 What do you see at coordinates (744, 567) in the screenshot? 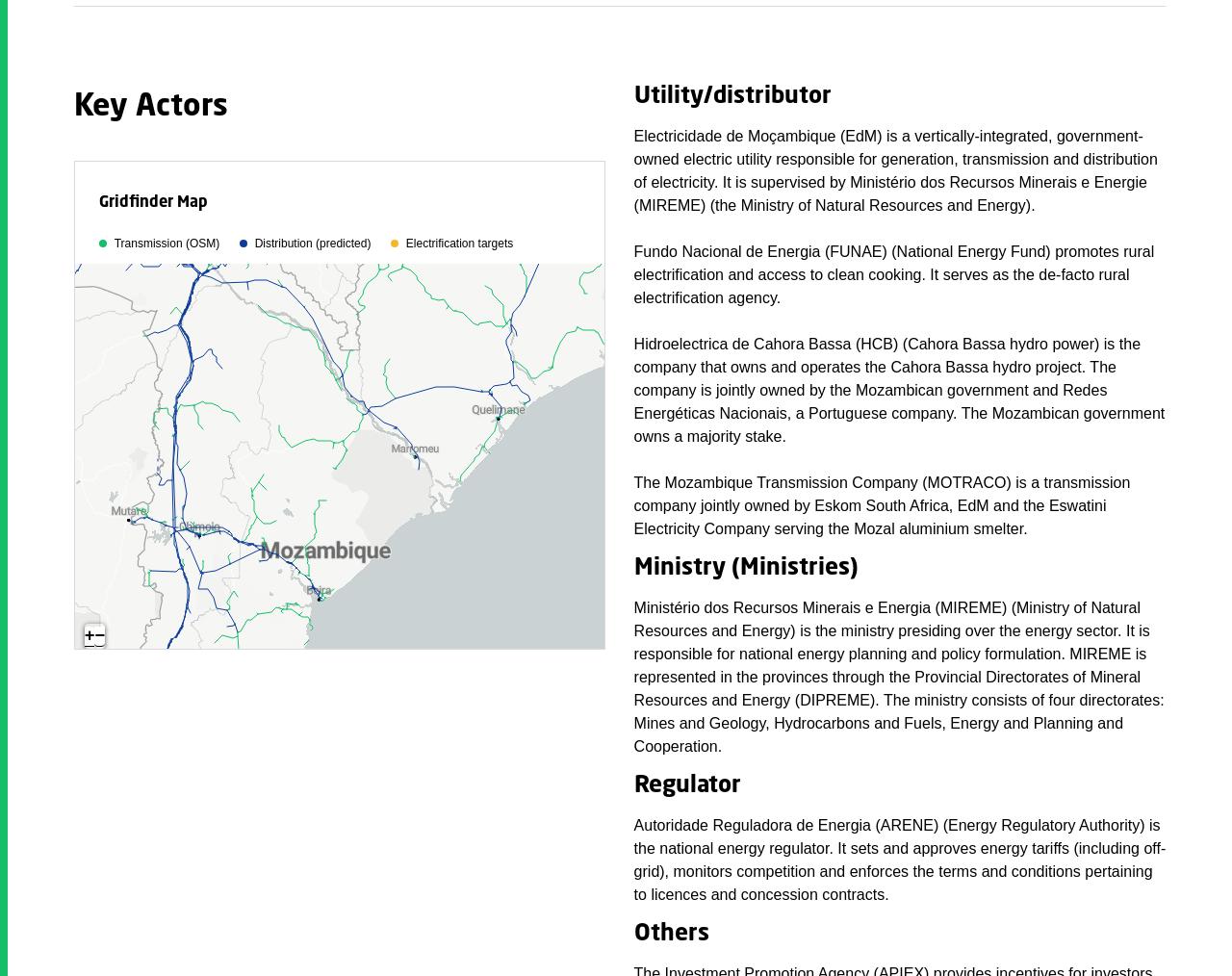
I see `'Ministry (Ministries)'` at bounding box center [744, 567].